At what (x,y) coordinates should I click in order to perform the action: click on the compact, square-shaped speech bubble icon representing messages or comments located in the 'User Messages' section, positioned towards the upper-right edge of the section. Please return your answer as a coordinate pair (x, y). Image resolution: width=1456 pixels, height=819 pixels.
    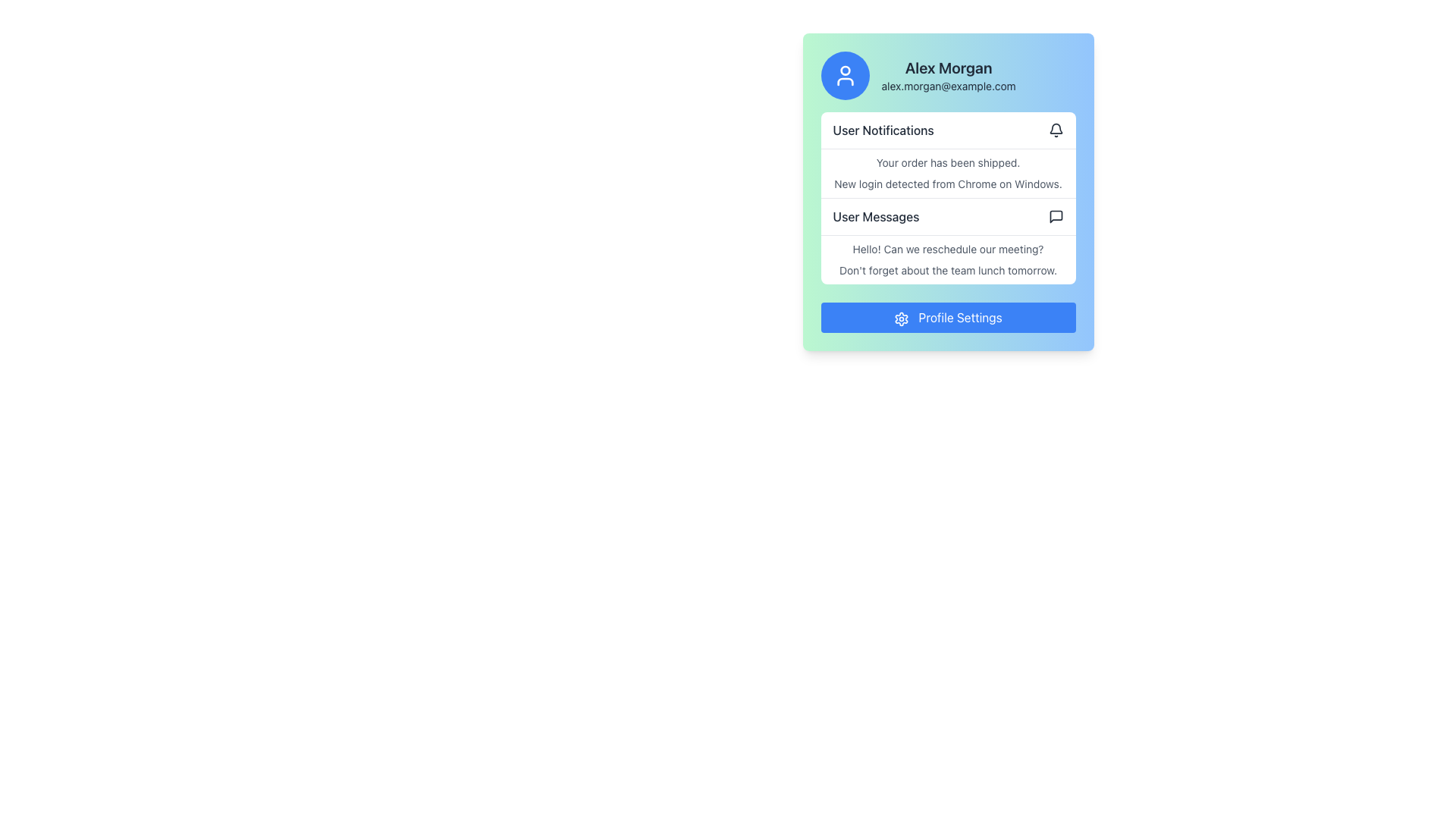
    Looking at the image, I should click on (1055, 216).